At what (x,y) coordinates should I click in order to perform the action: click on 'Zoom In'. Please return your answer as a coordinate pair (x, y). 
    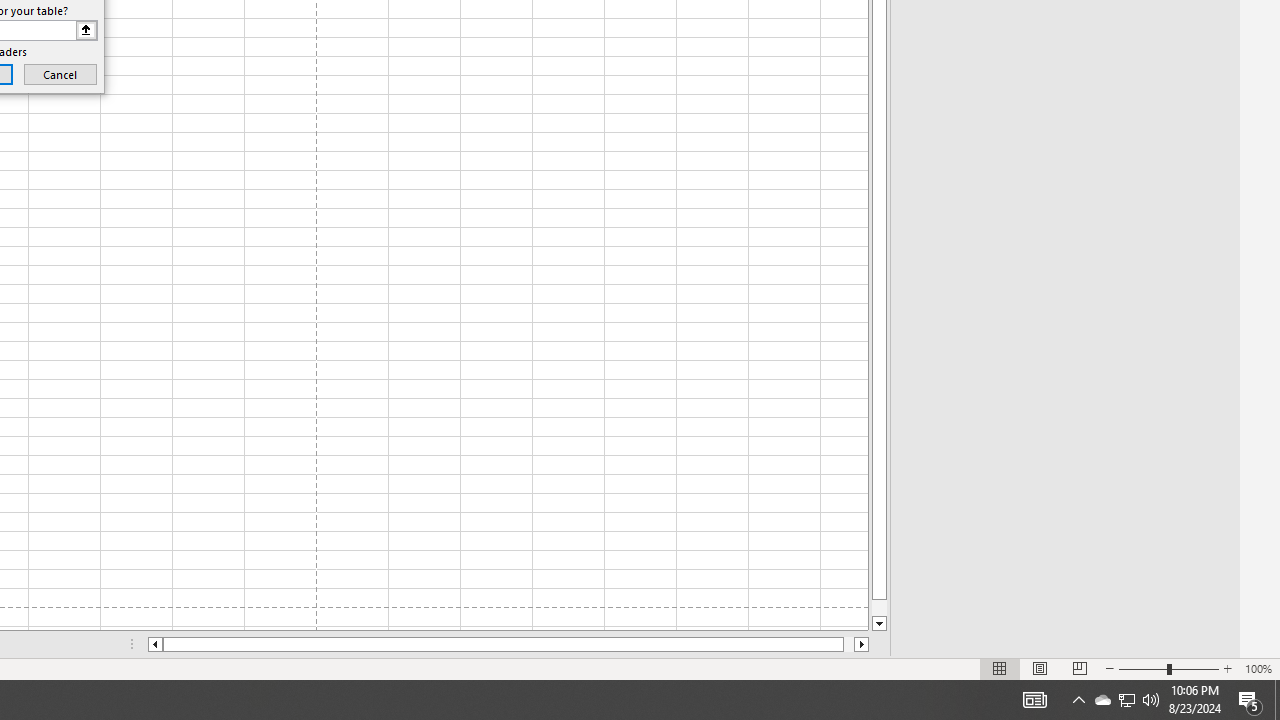
    Looking at the image, I should click on (1226, 669).